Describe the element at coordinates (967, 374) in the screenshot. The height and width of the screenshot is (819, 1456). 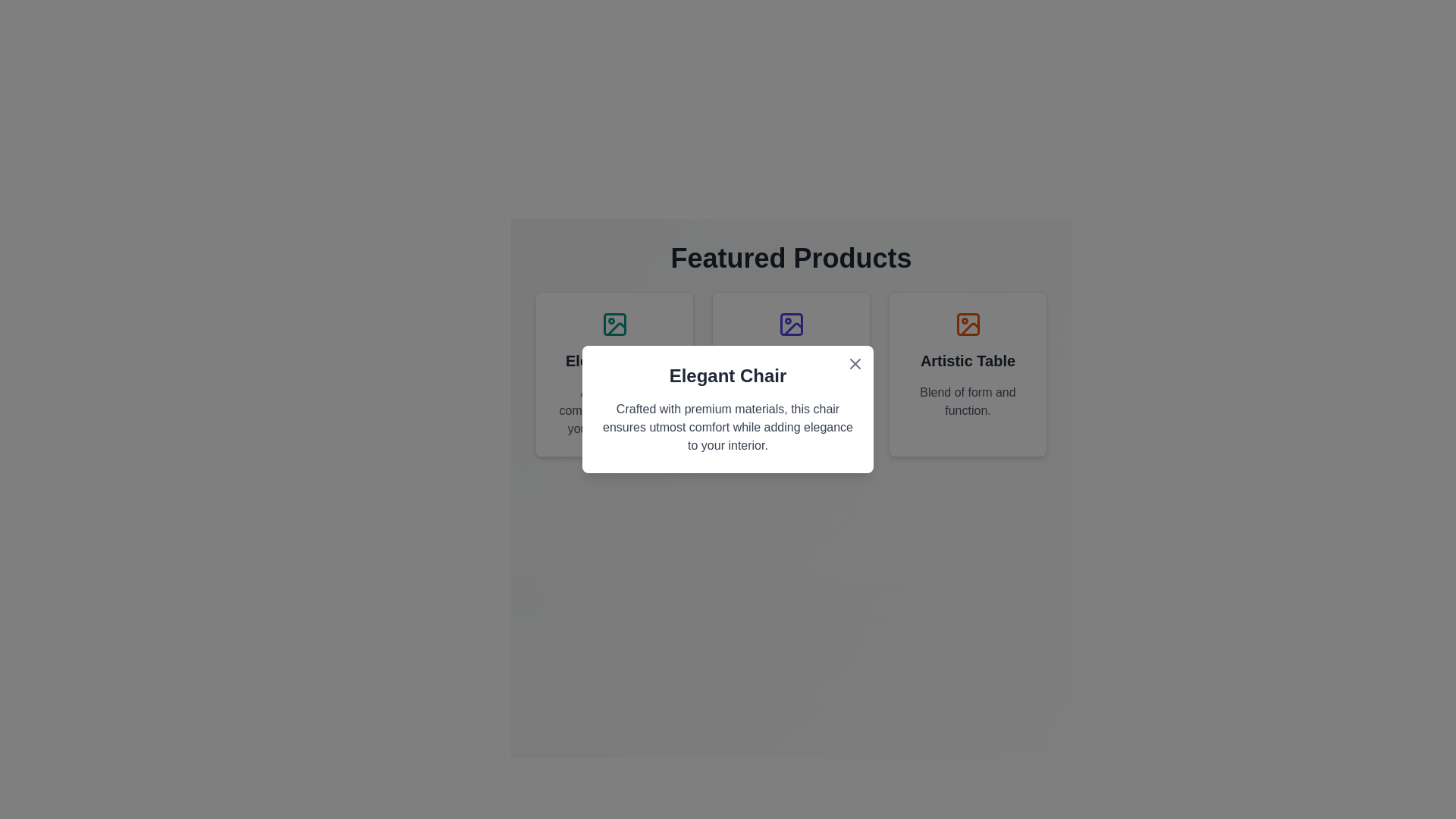
I see `the 'Artistic Table' informational card, which features a white background, an orange image icon at the top, bold text 'Artistic Table', and smaller text 'Blend of form and function'. This card is the third in a grid layout` at that location.